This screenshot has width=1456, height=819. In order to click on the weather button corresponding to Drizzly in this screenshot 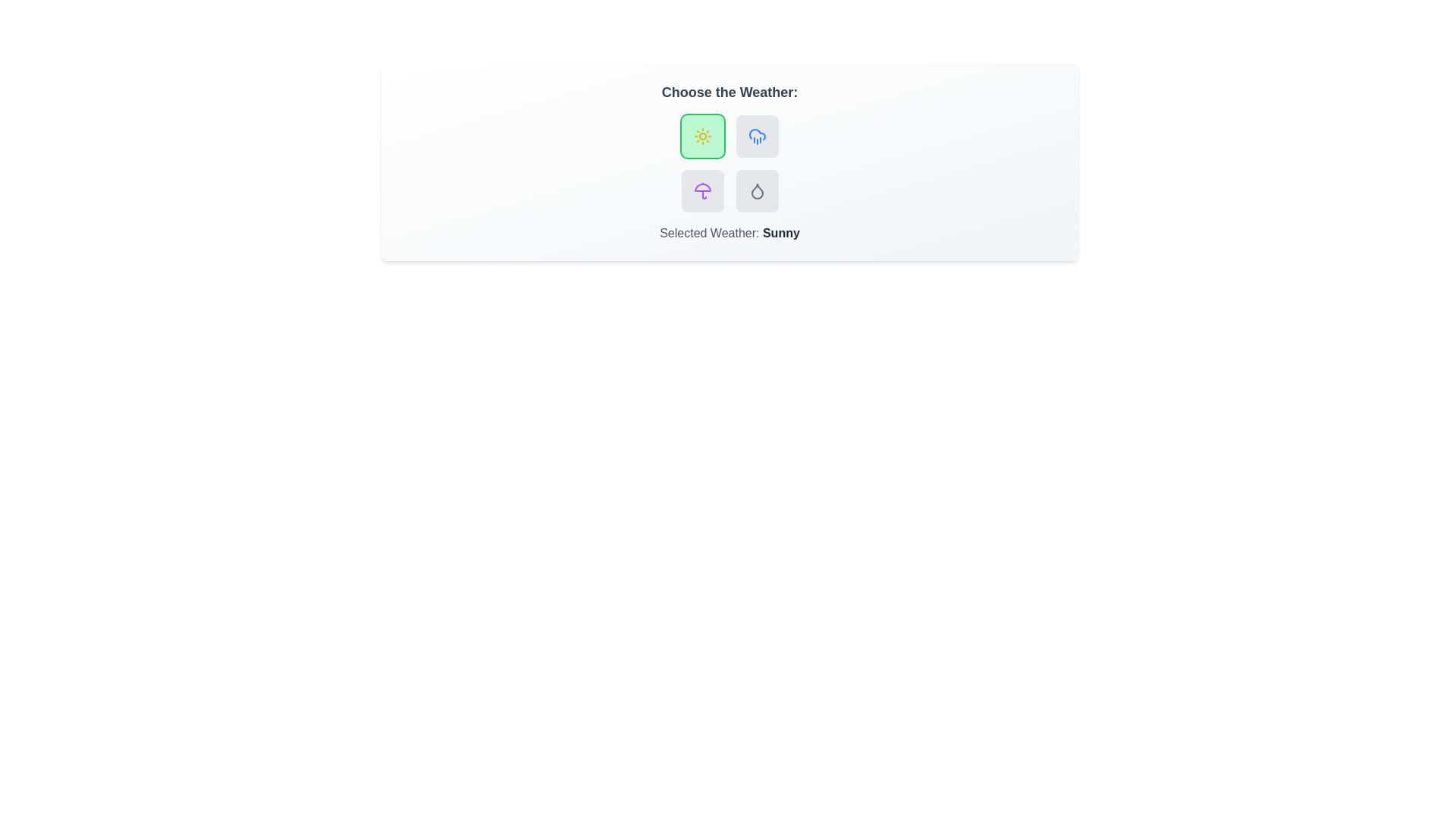, I will do `click(757, 190)`.